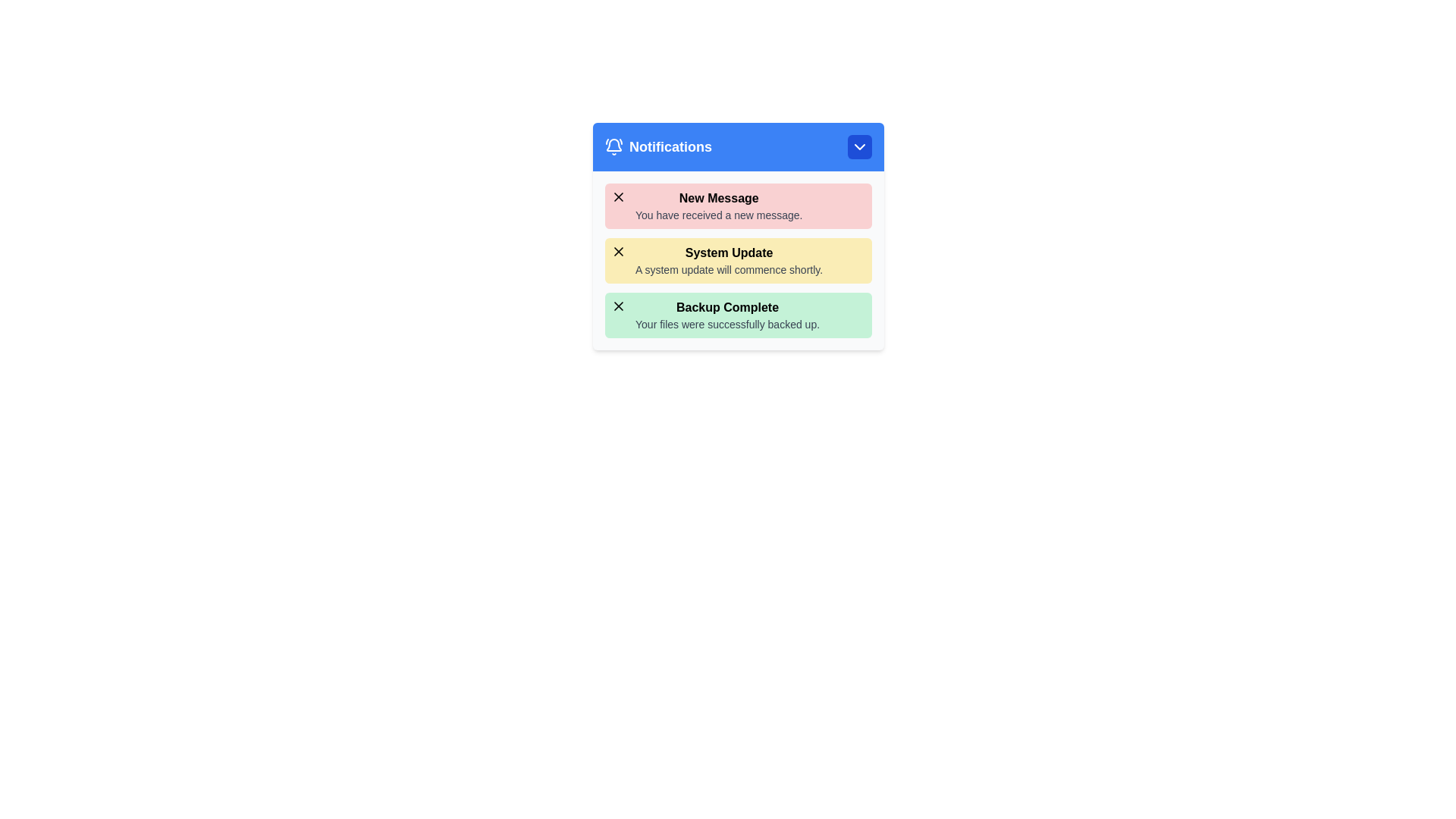 The width and height of the screenshot is (1456, 819). What do you see at coordinates (619, 306) in the screenshot?
I see `the black diagonal cross (X) SVG icon located in the third notification row` at bounding box center [619, 306].